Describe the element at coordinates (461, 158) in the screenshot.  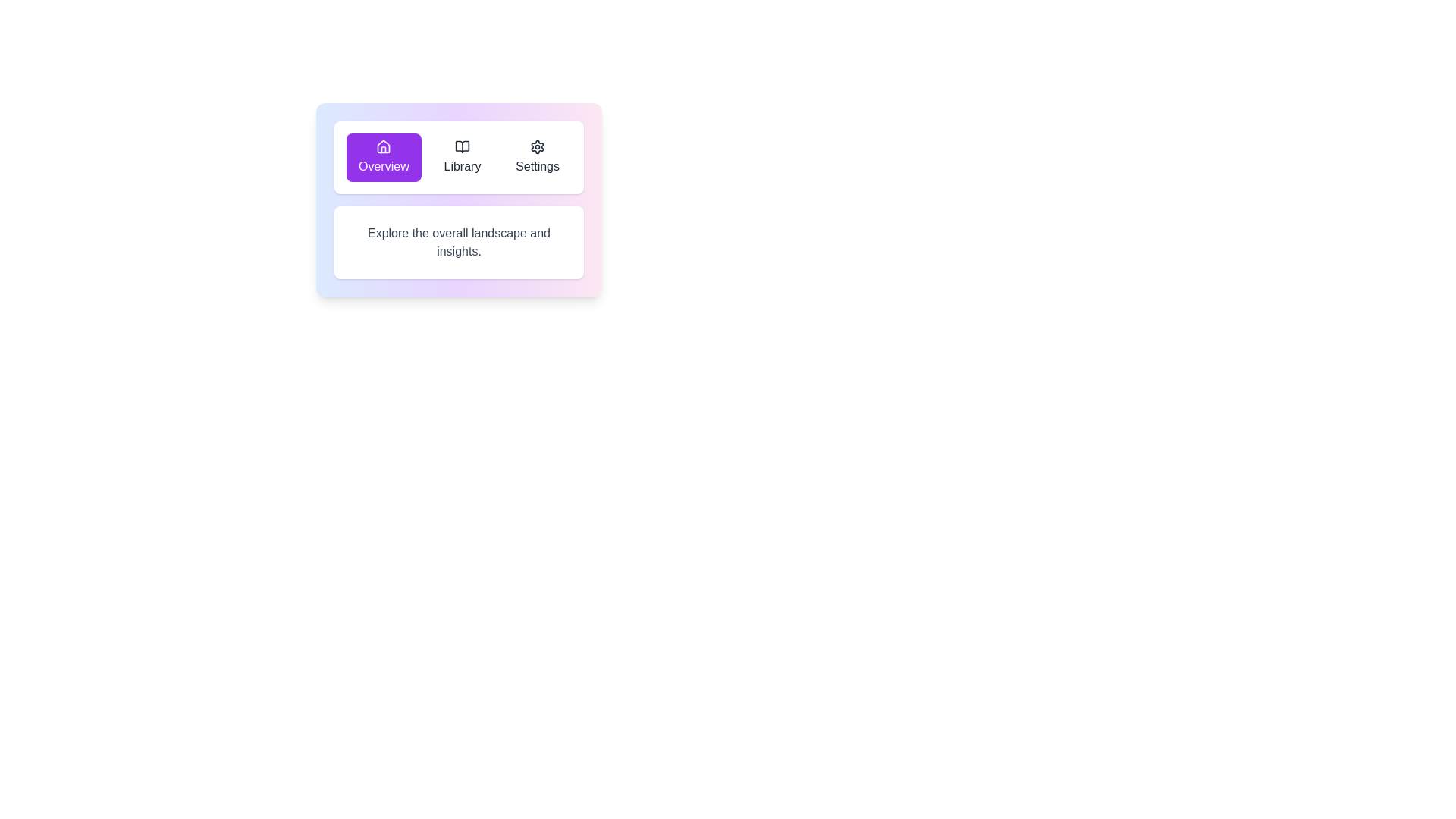
I see `the 'Library' button located at the top-center of the interface` at that location.